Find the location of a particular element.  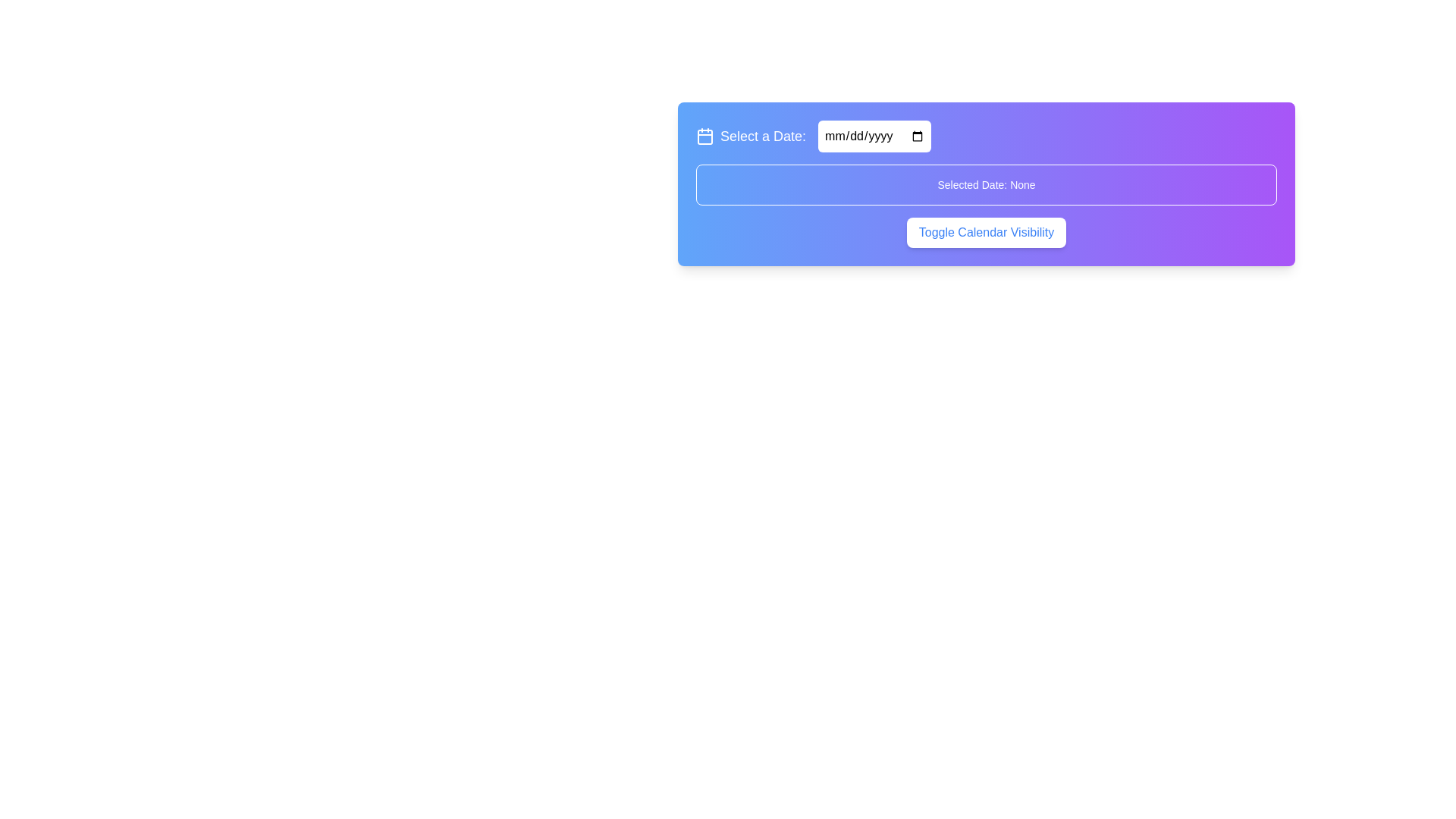

the calendar icon located in the top-left corner of the blue panel is located at coordinates (704, 136).